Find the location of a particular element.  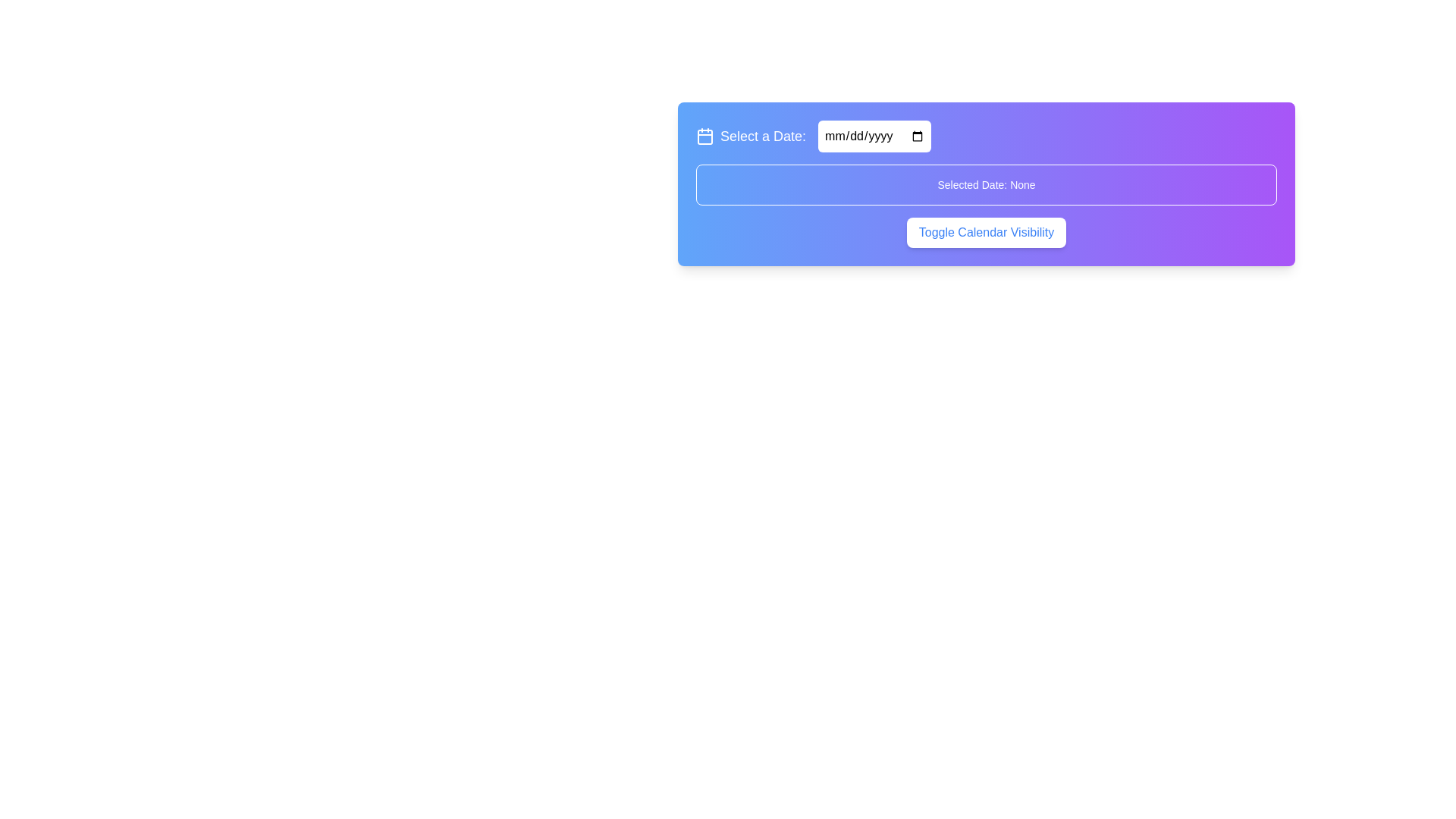

the calendar icon located in the top-left corner of the blue panel is located at coordinates (704, 136).